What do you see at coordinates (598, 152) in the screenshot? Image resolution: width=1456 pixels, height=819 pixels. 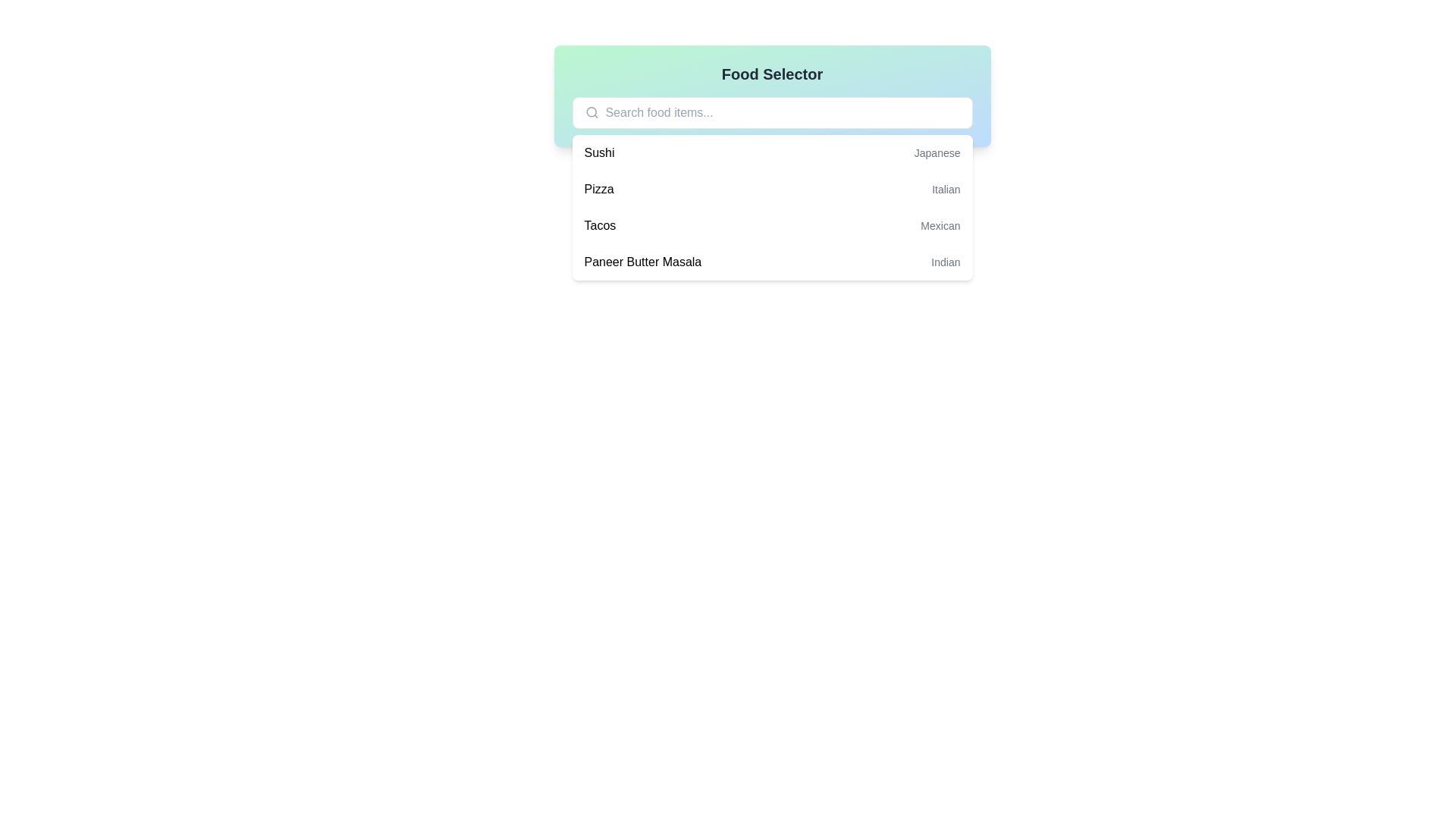 I see `the 'Sushi' text label in the food menu dropdown, which is the first selectable option, positioned left-aligned next to the 'Japanese' label` at bounding box center [598, 152].